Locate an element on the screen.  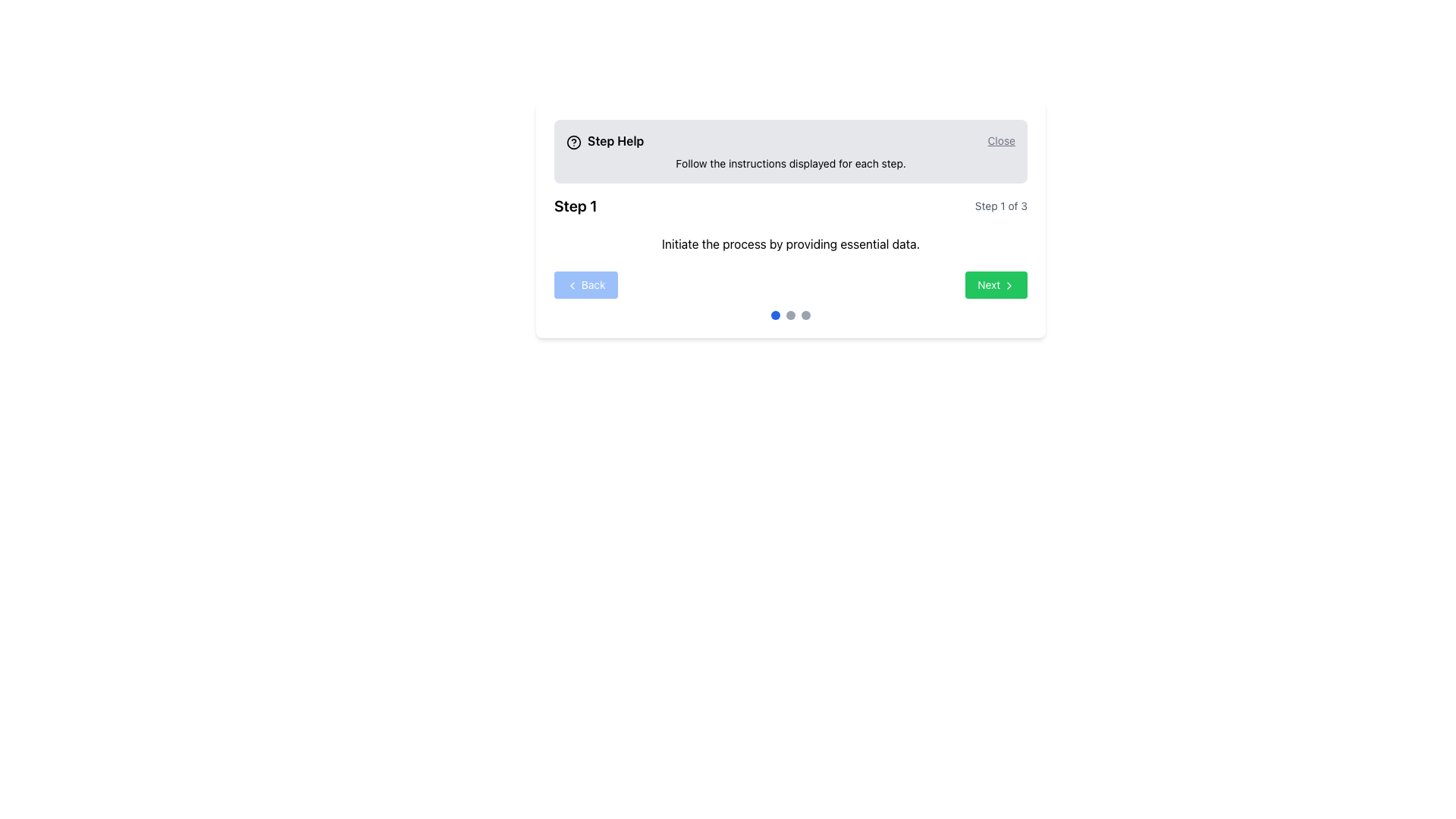
the third step progress indicator circle located at the bottom center of the modal displaying step instructions is located at coordinates (805, 315).